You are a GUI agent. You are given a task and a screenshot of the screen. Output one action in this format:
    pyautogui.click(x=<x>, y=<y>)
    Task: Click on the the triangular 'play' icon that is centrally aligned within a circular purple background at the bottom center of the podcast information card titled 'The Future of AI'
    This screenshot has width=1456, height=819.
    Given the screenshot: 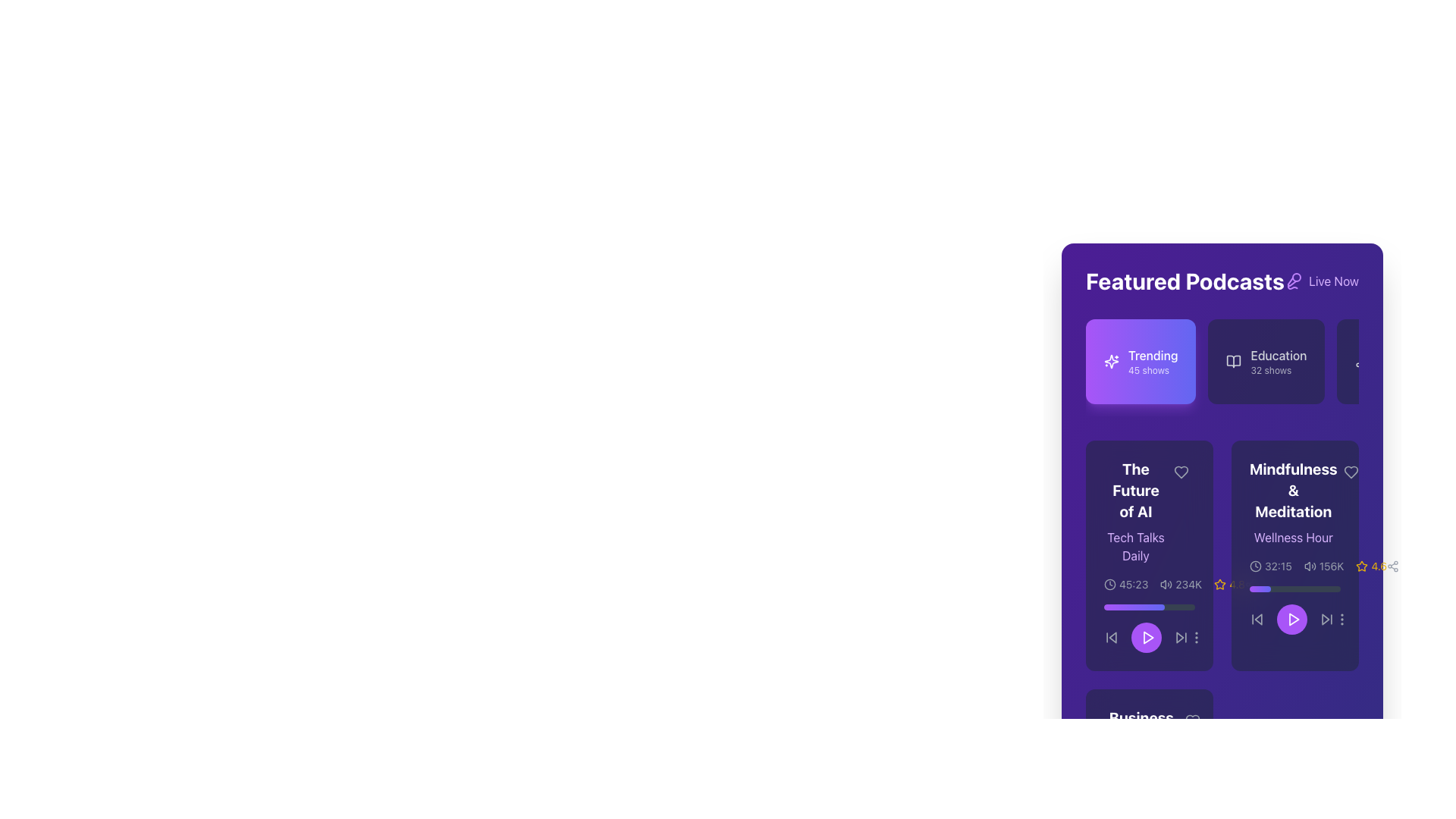 What is the action you would take?
    pyautogui.click(x=1147, y=637)
    